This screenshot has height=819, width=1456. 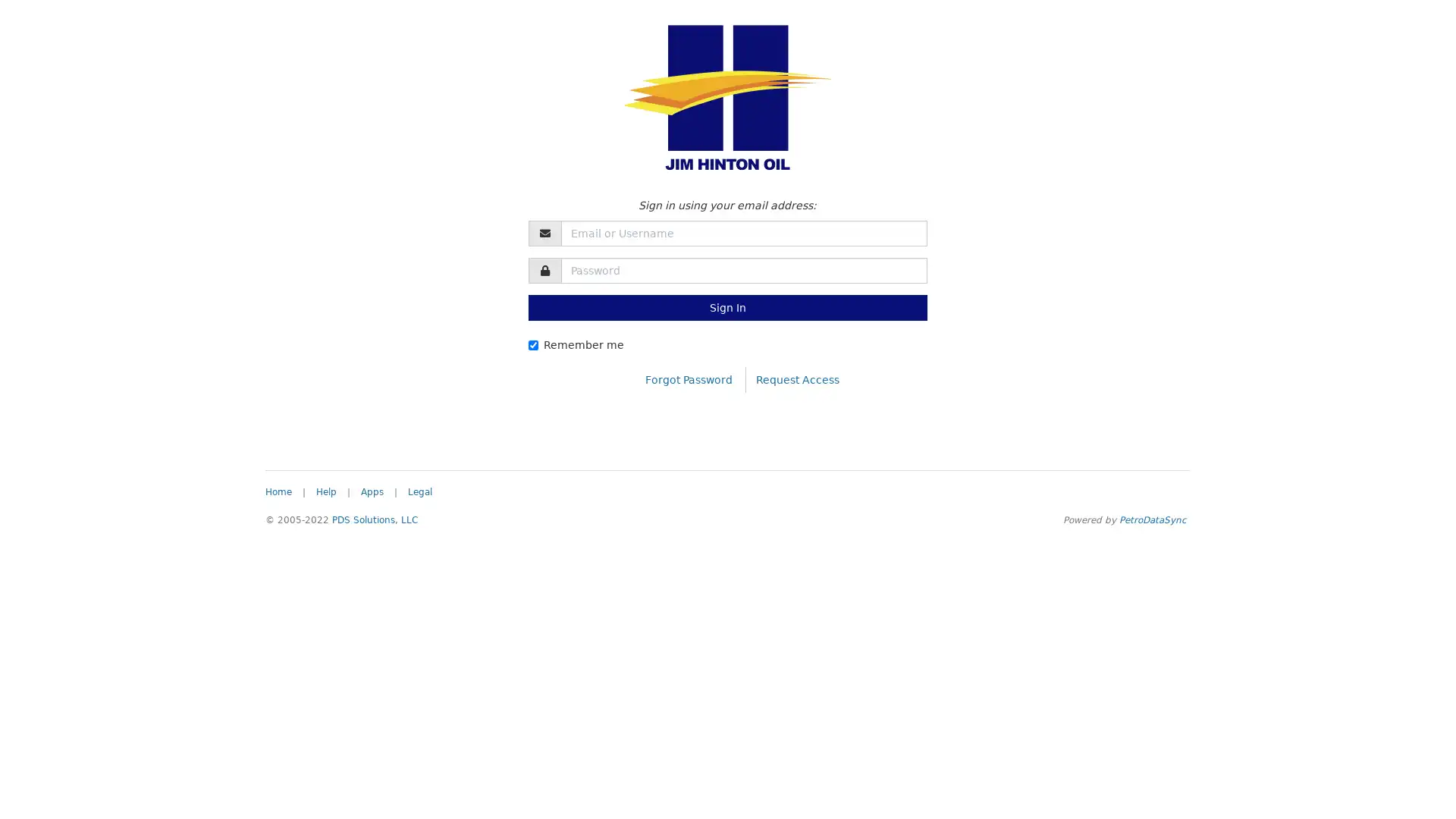 What do you see at coordinates (726, 307) in the screenshot?
I see `Sign In` at bounding box center [726, 307].